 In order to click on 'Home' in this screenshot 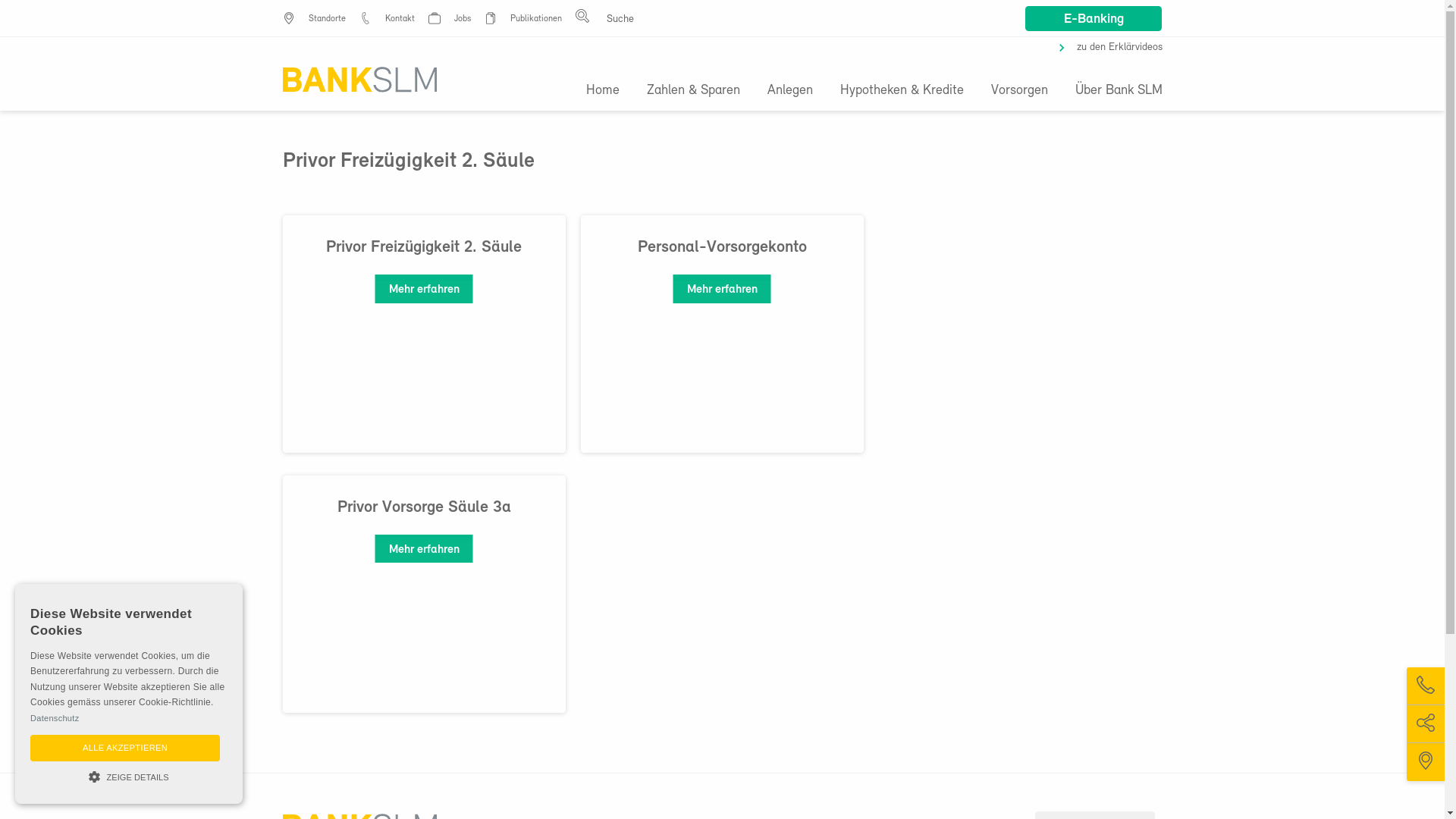, I will do `click(608, 90)`.